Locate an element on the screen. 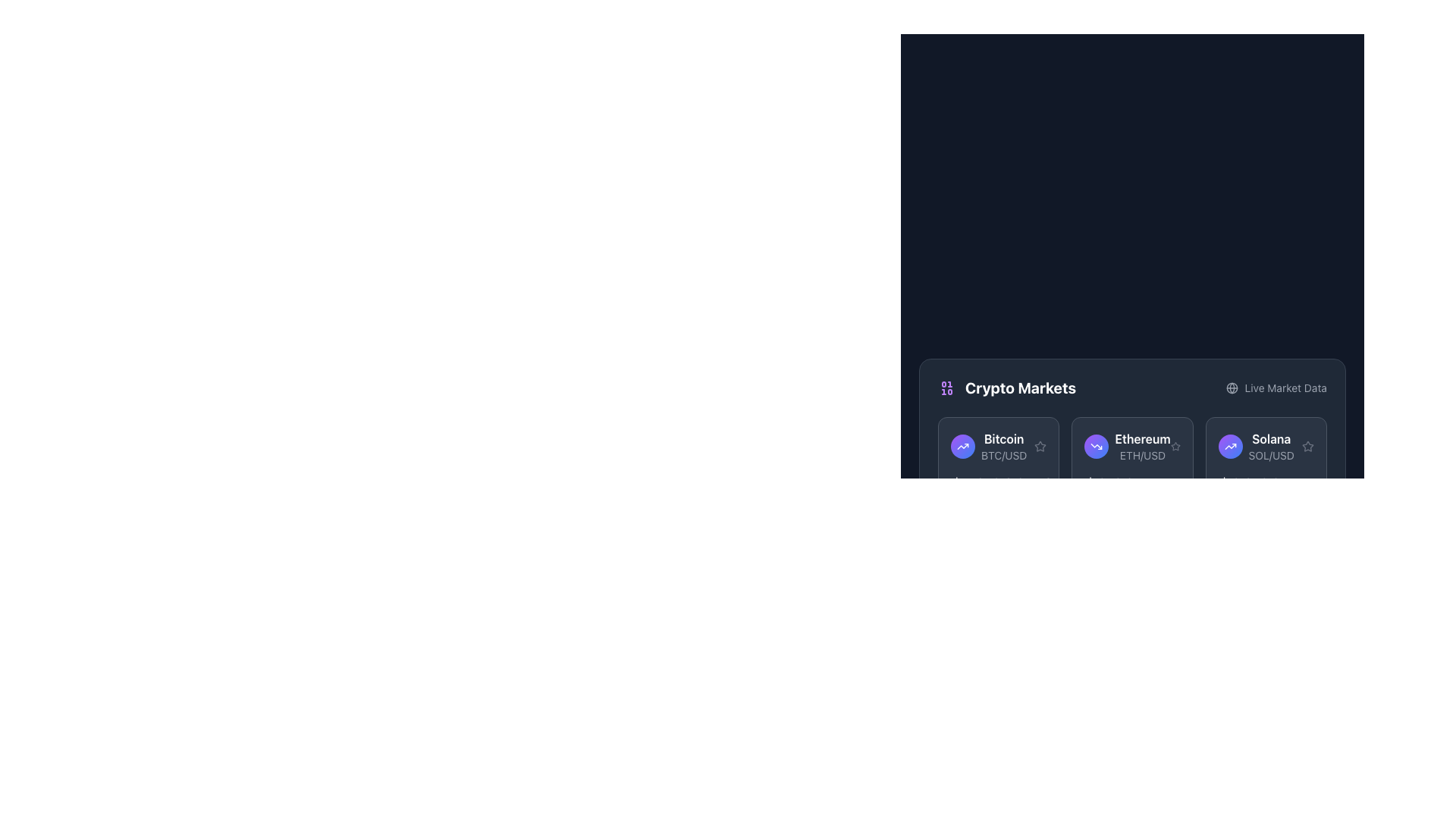 This screenshot has width=1456, height=819. the Bitcoin card component in the Crypto Markets section is located at coordinates (999, 462).